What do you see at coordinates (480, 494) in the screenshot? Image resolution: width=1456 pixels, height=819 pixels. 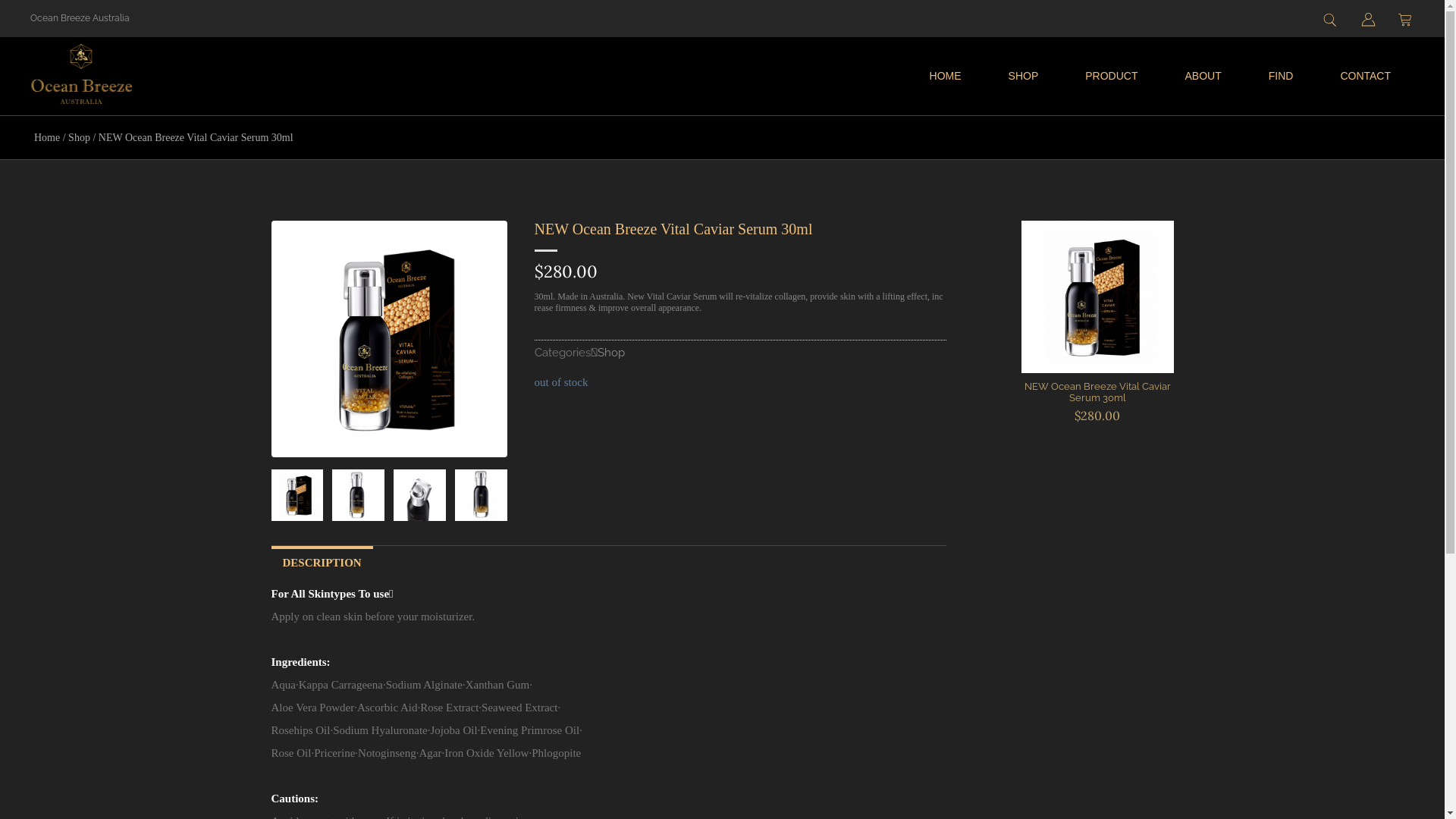 I see `'3'` at bounding box center [480, 494].